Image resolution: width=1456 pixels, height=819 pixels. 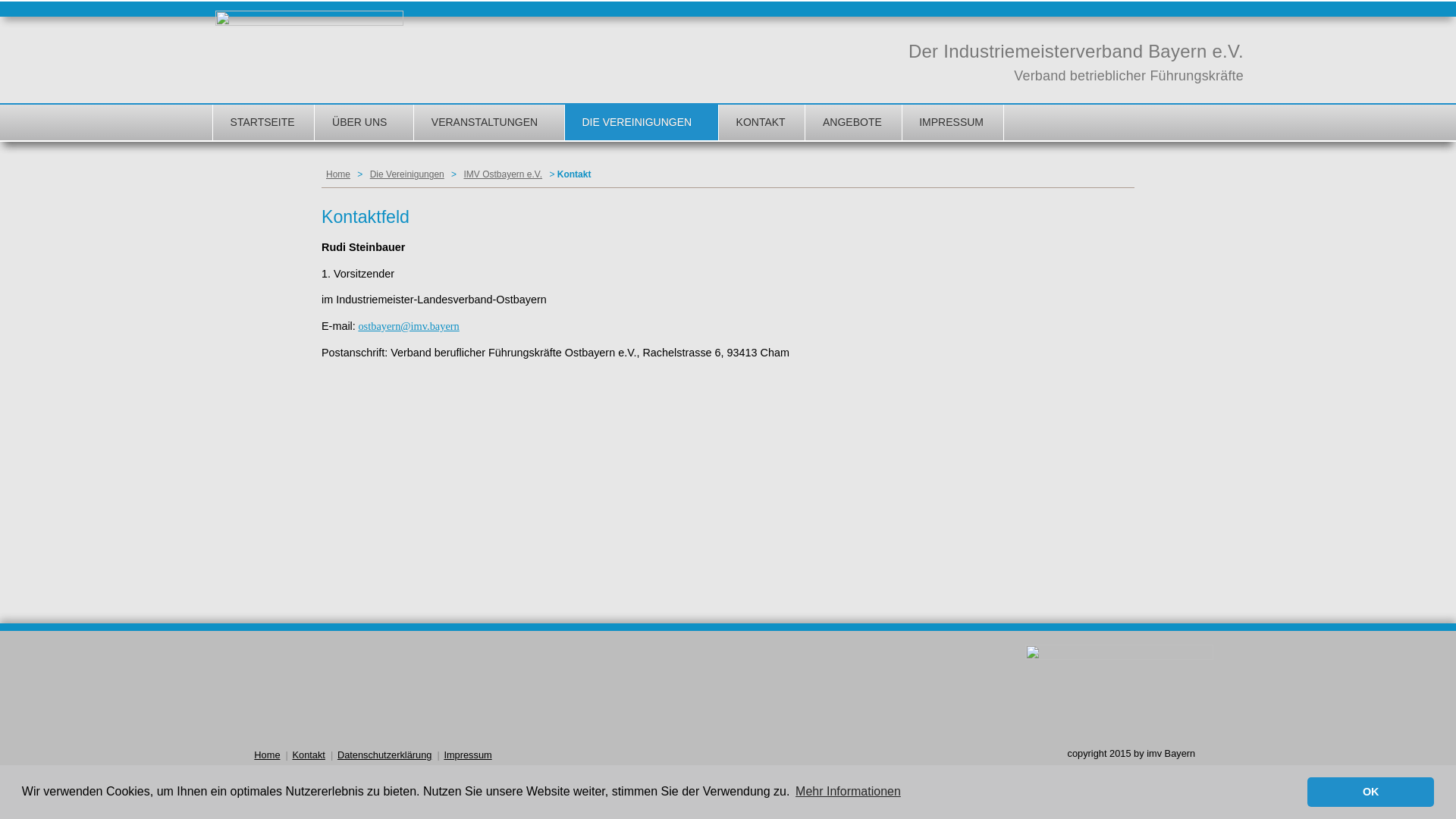 I want to click on 'DIE VEREINIGUNGEN', so click(x=640, y=121).